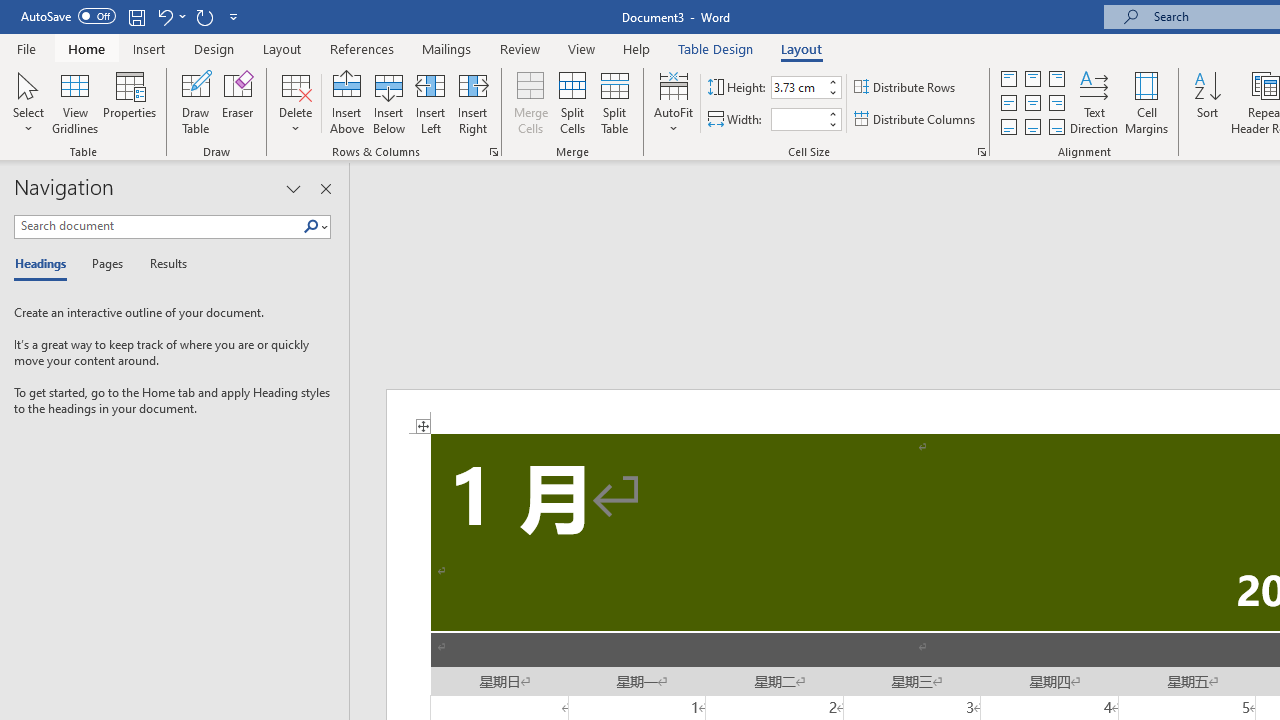 The height and width of the screenshot is (720, 1280). What do you see at coordinates (673, 103) in the screenshot?
I see `'AutoFit'` at bounding box center [673, 103].